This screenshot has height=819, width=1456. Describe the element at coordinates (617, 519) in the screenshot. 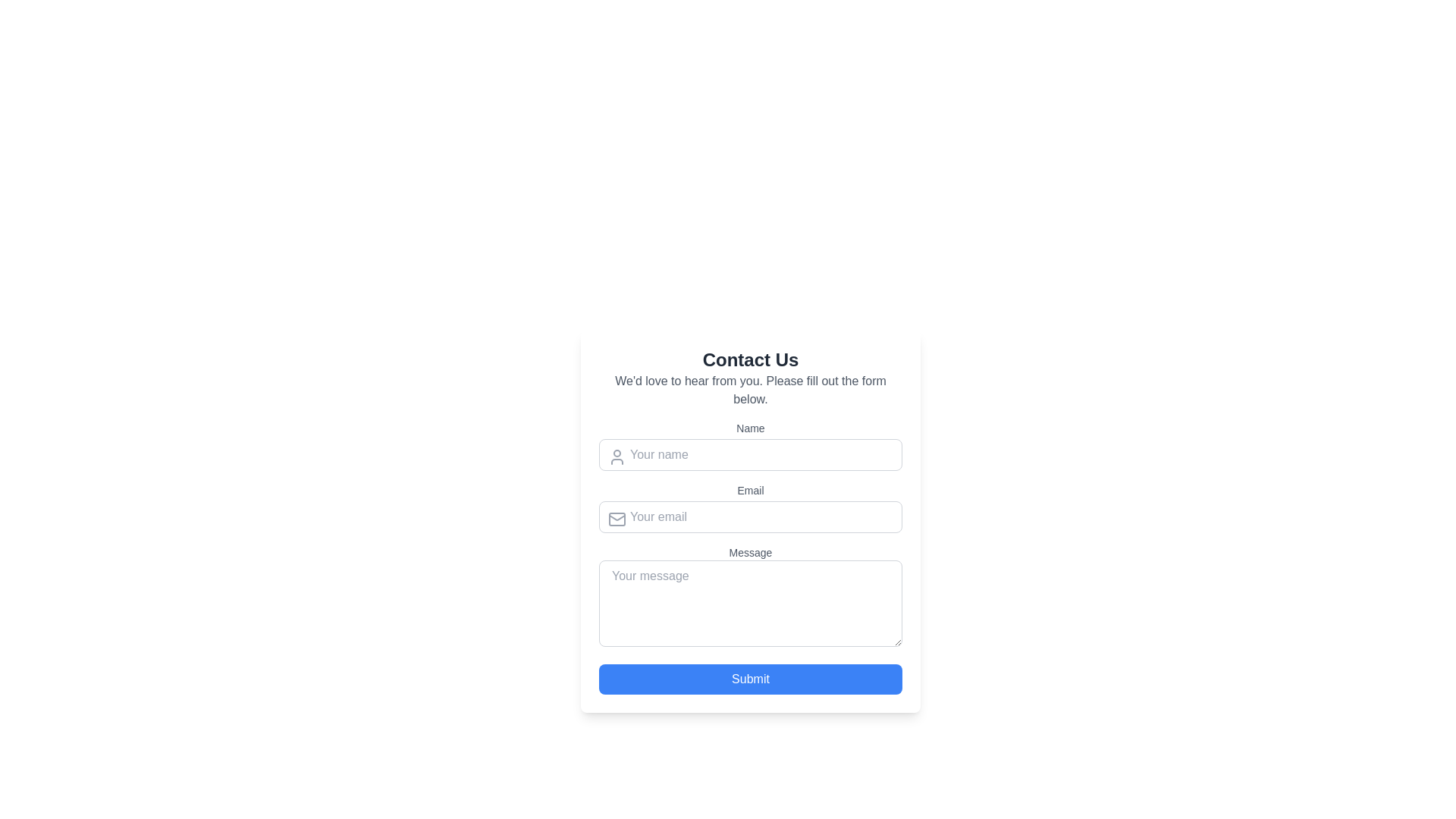

I see `the small gray envelope icon located to the left of the 'Your email' input field in the Email section` at that location.